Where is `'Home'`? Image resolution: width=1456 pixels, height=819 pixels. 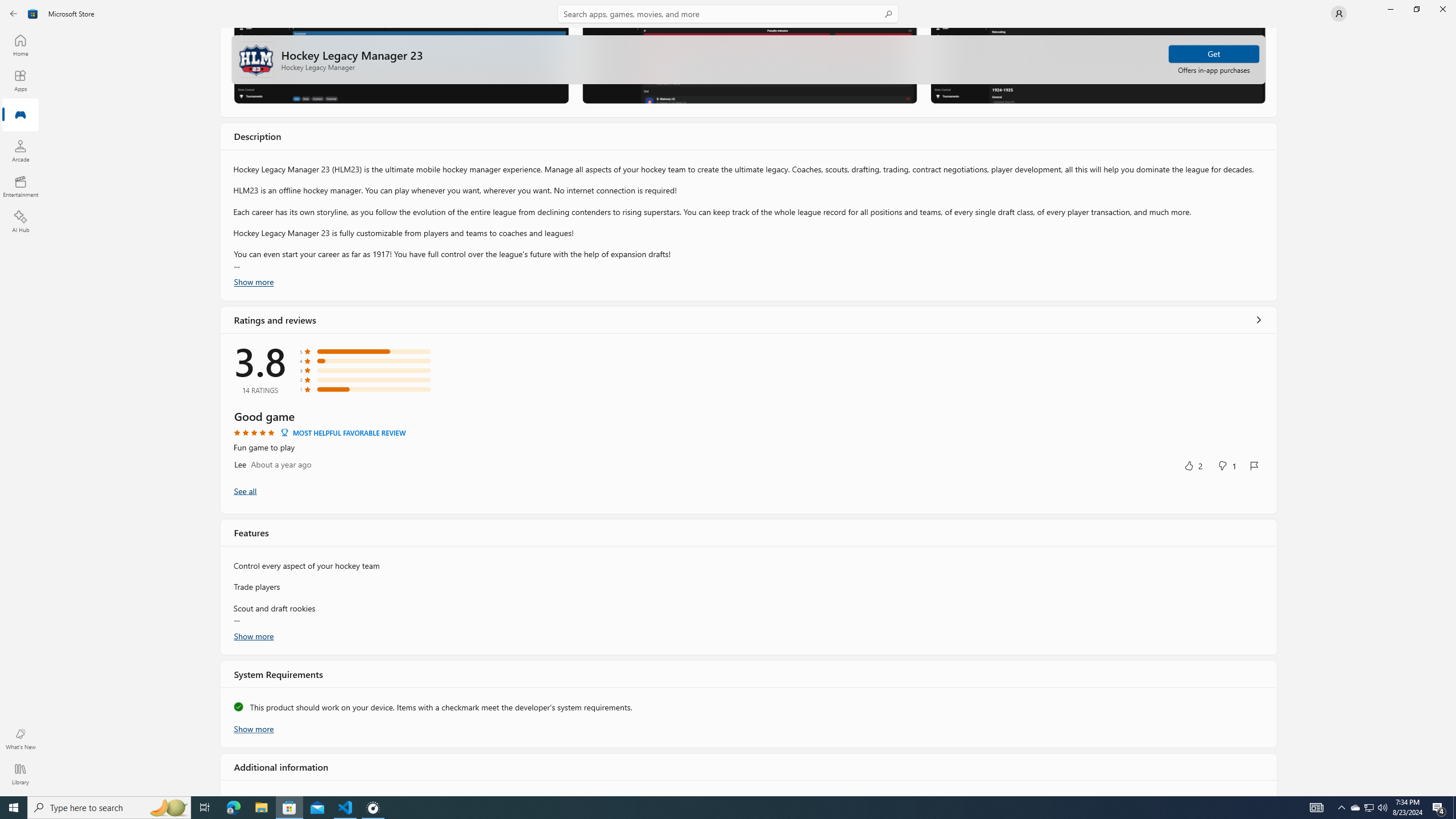
'Home' is located at coordinates (19, 44).